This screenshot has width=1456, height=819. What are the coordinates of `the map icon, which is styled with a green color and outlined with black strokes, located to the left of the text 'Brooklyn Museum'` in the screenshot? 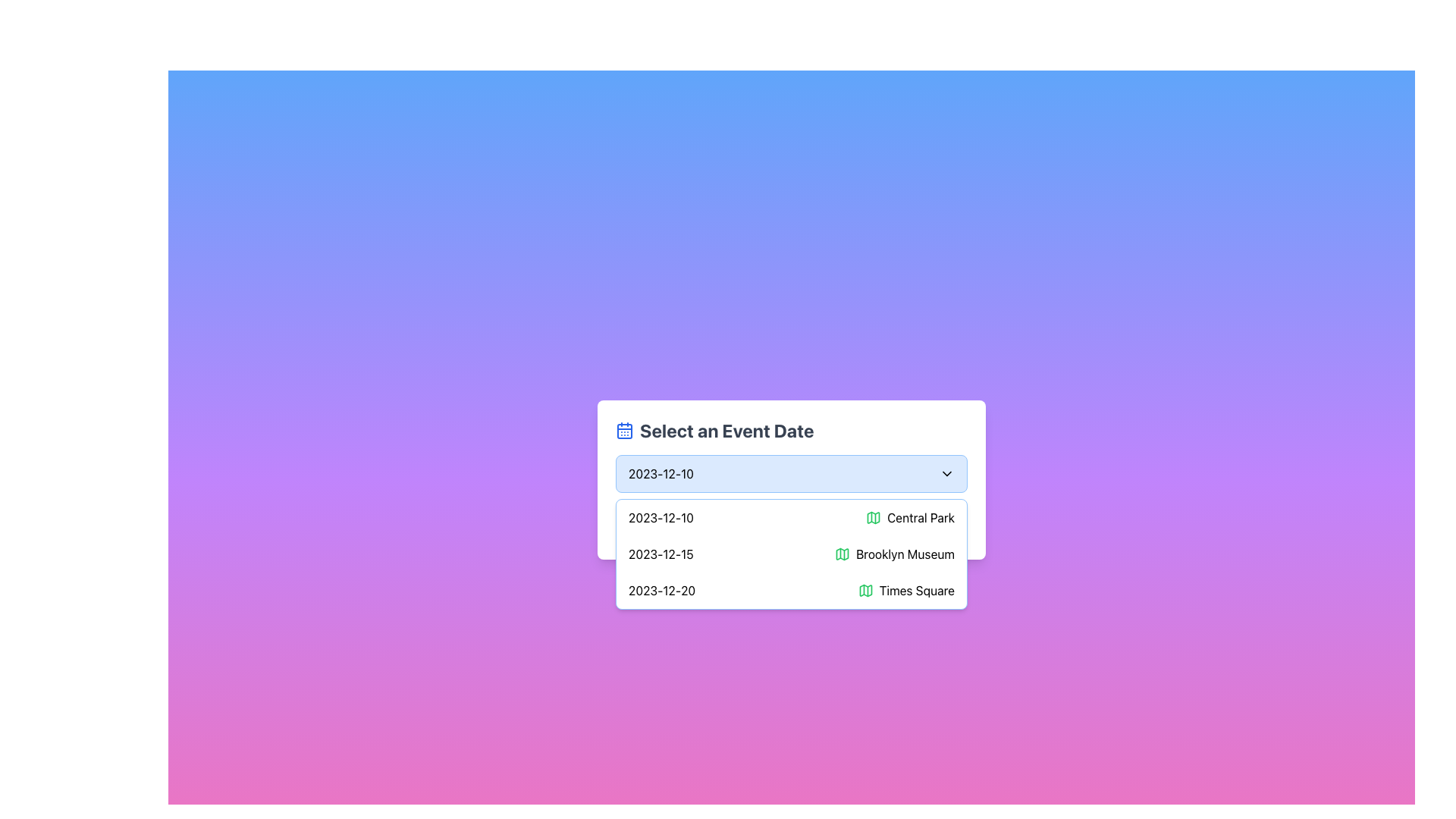 It's located at (842, 554).